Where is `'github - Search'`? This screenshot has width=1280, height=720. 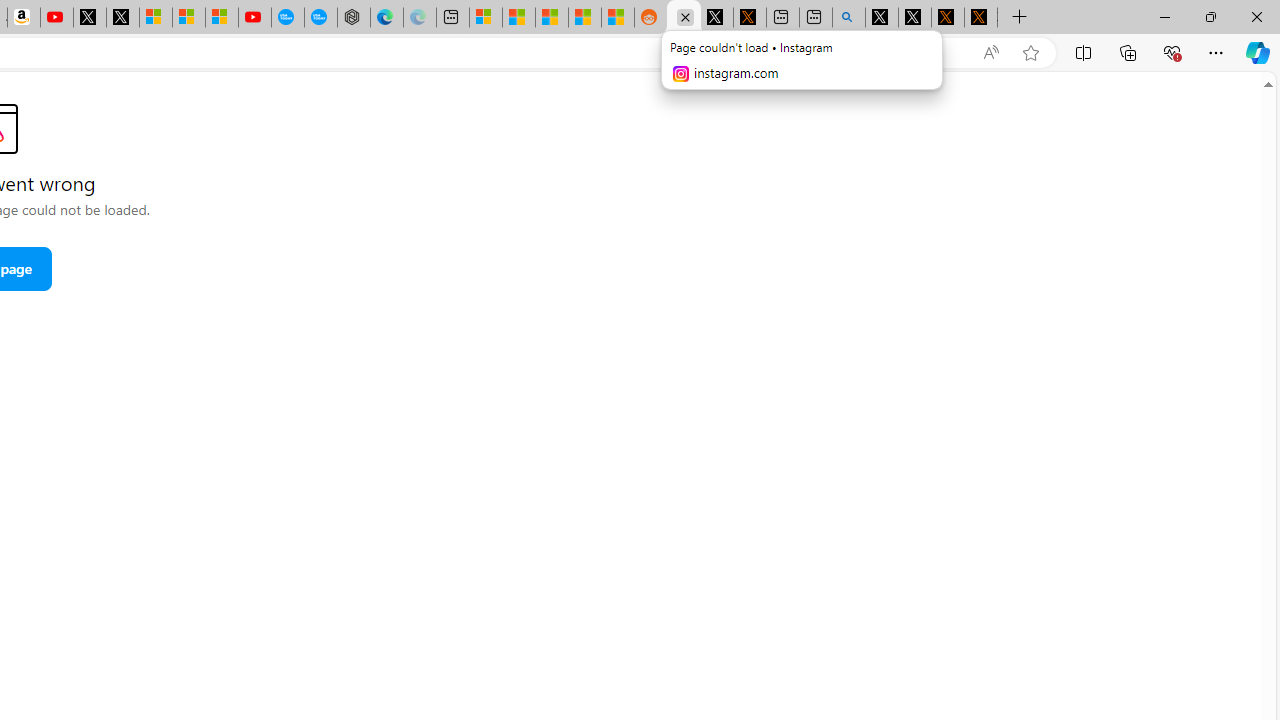
'github - Search' is located at coordinates (849, 17).